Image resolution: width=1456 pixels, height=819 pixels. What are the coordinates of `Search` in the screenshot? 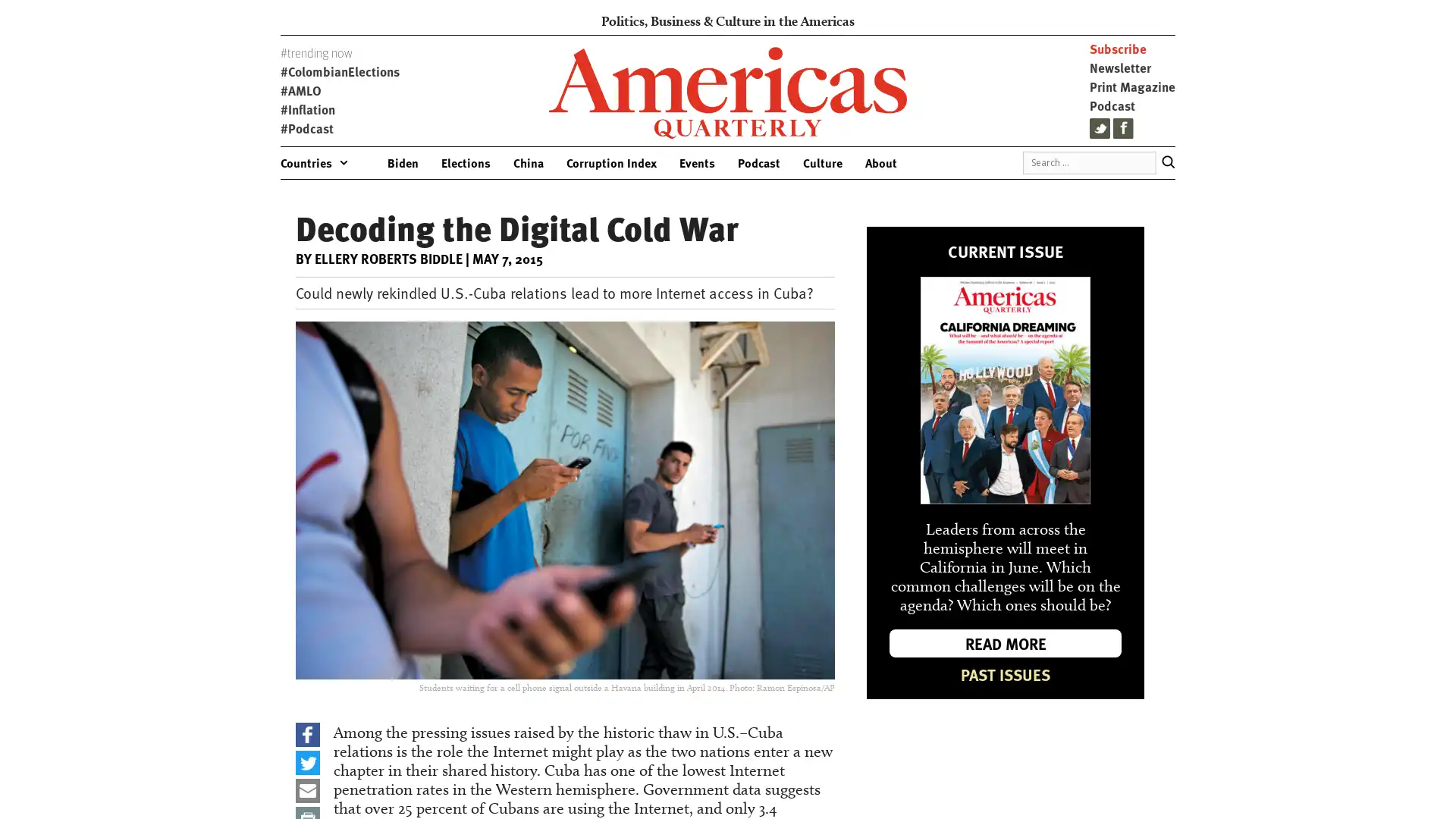 It's located at (1167, 161).